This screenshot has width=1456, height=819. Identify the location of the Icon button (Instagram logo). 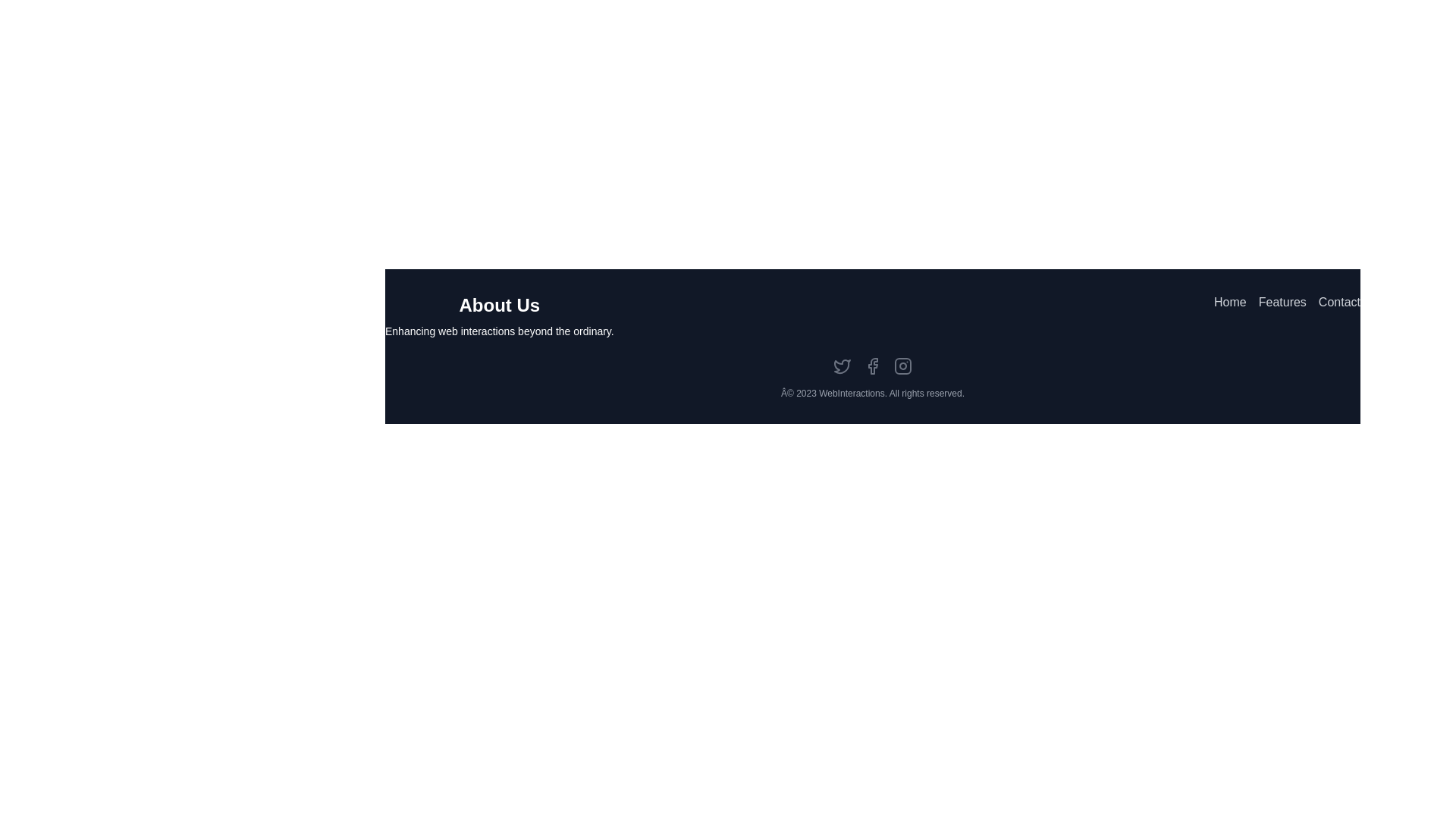
(902, 366).